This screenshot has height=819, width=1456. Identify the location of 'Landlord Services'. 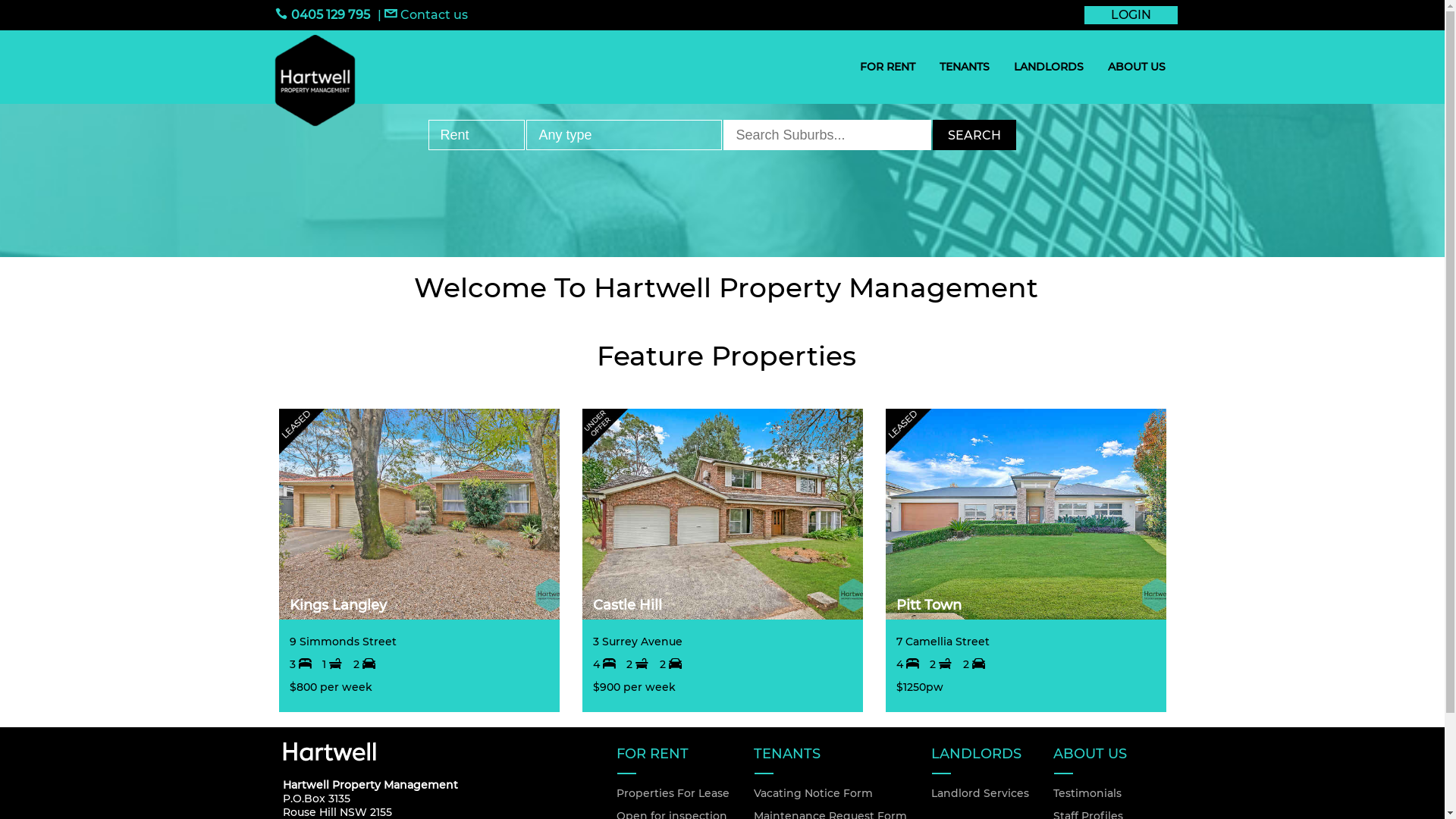
(980, 792).